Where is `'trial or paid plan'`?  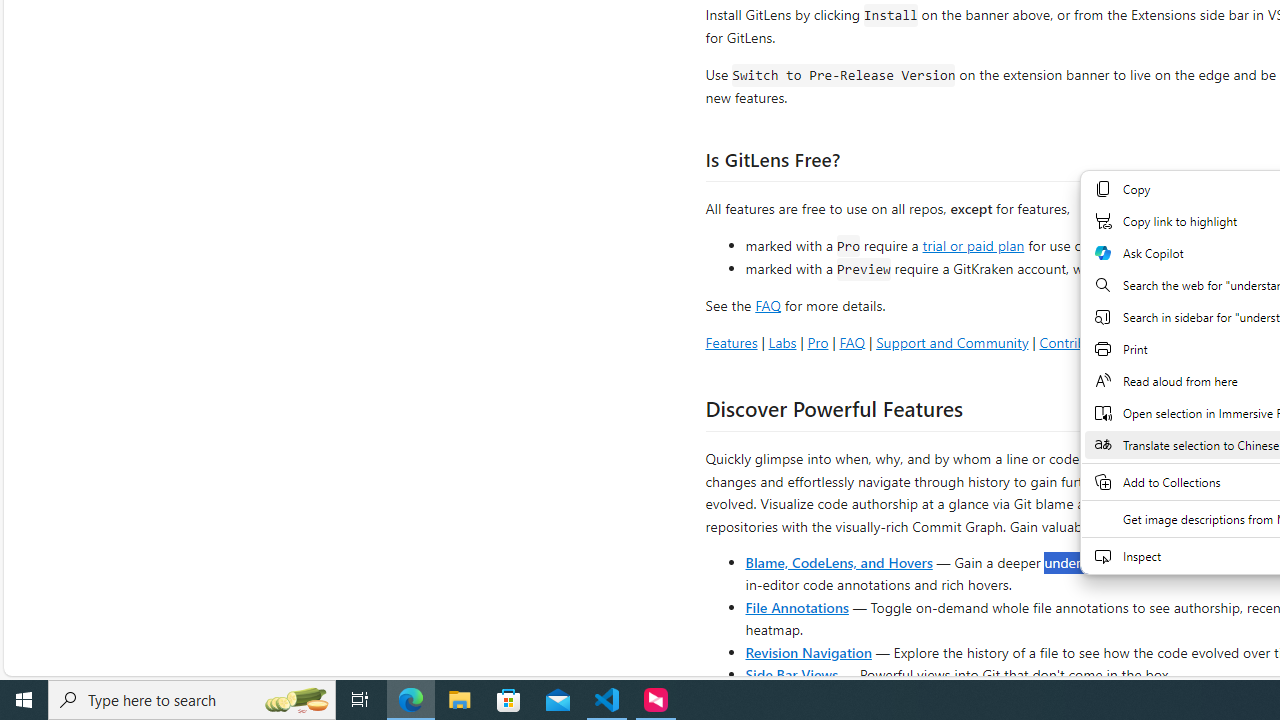 'trial or paid plan' is located at coordinates (973, 243).